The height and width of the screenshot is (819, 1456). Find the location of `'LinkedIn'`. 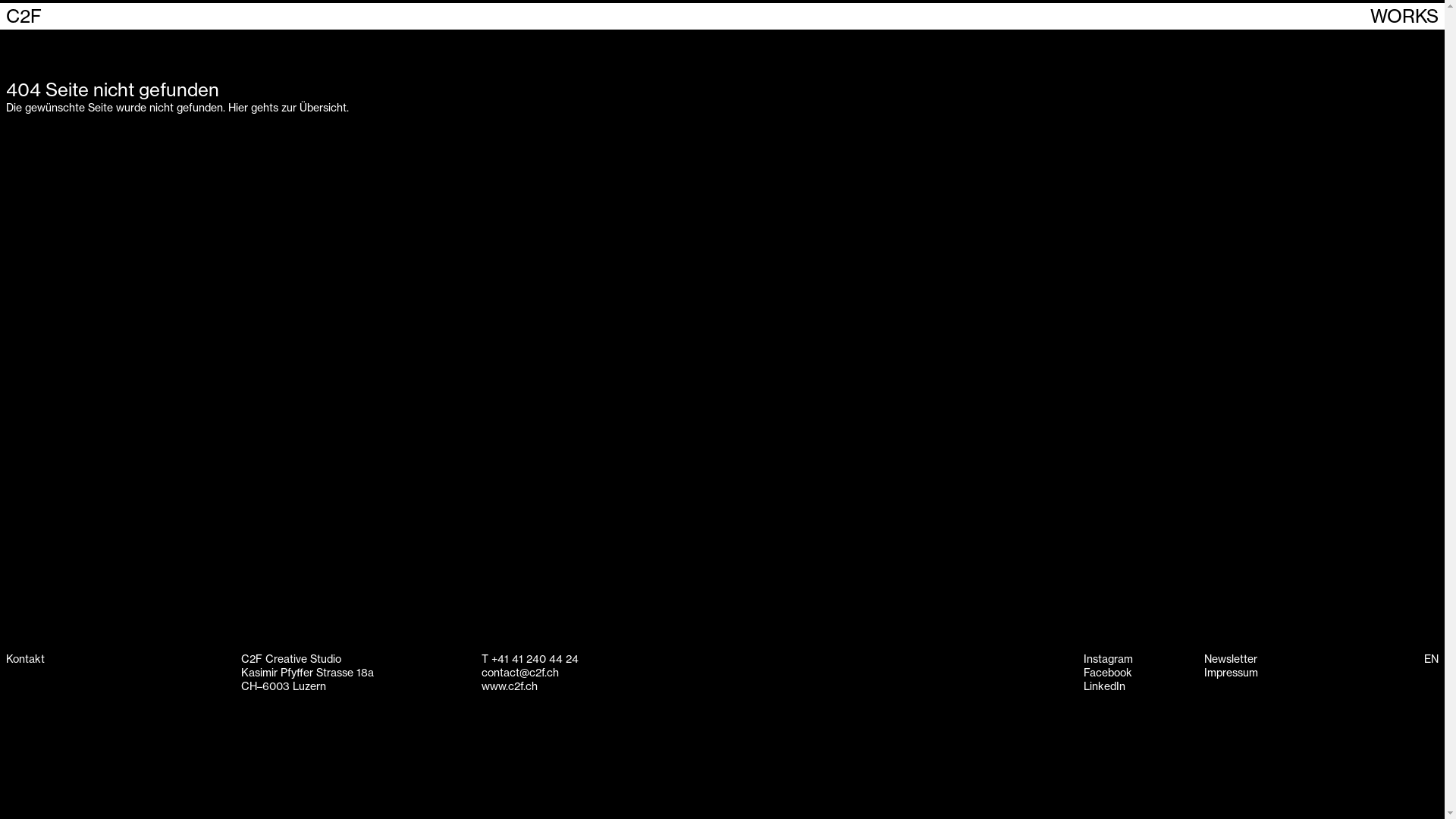

'LinkedIn' is located at coordinates (1104, 686).